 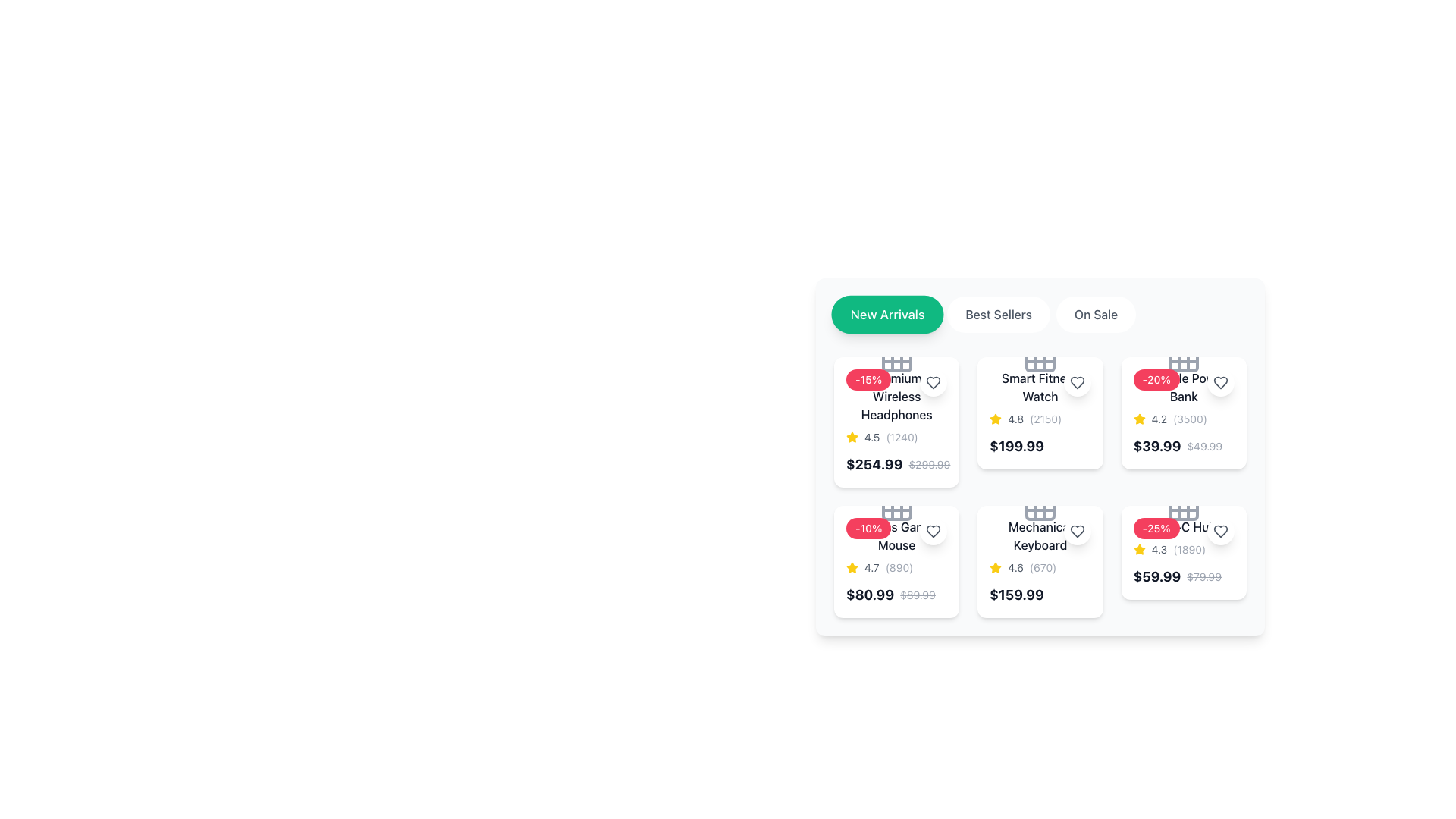 What do you see at coordinates (1203, 446) in the screenshot?
I see `the text element that represents the original price of the product, which is positioned to the right of the current price '$39.99' within the product card for 'Portable Power Bank'` at bounding box center [1203, 446].